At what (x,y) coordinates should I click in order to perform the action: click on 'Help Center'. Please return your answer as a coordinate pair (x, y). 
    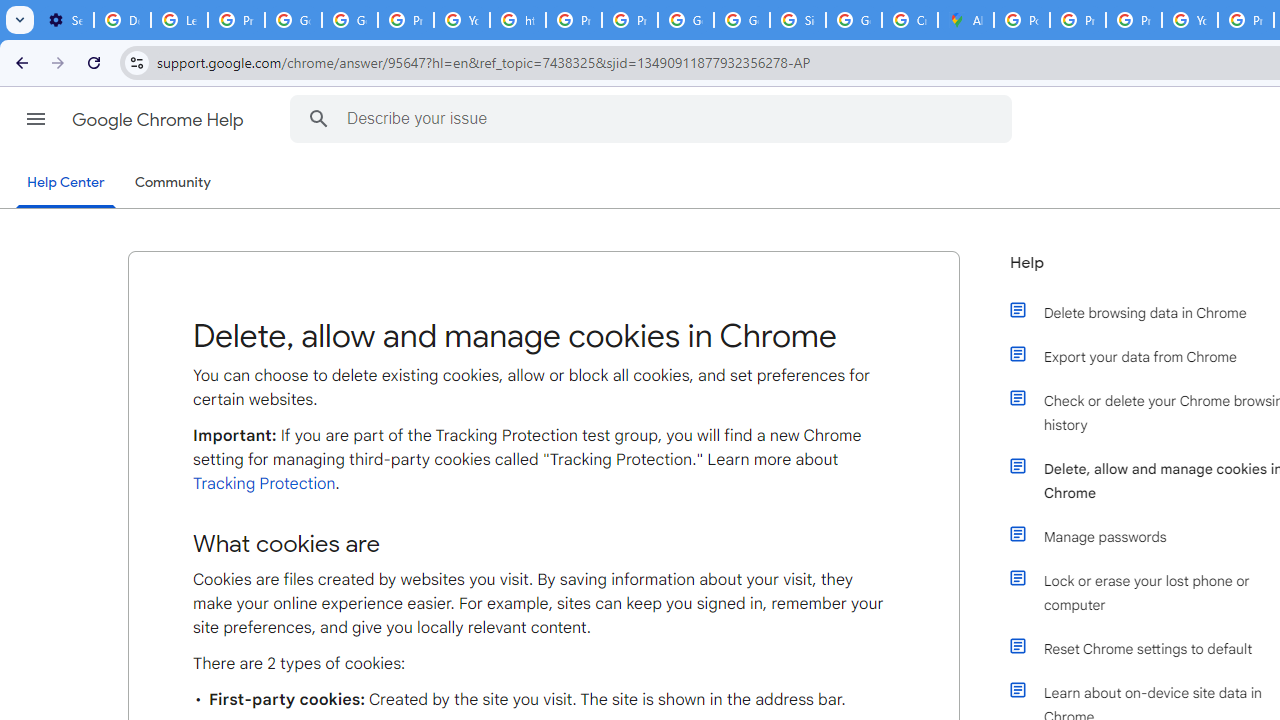
    Looking at the image, I should click on (65, 183).